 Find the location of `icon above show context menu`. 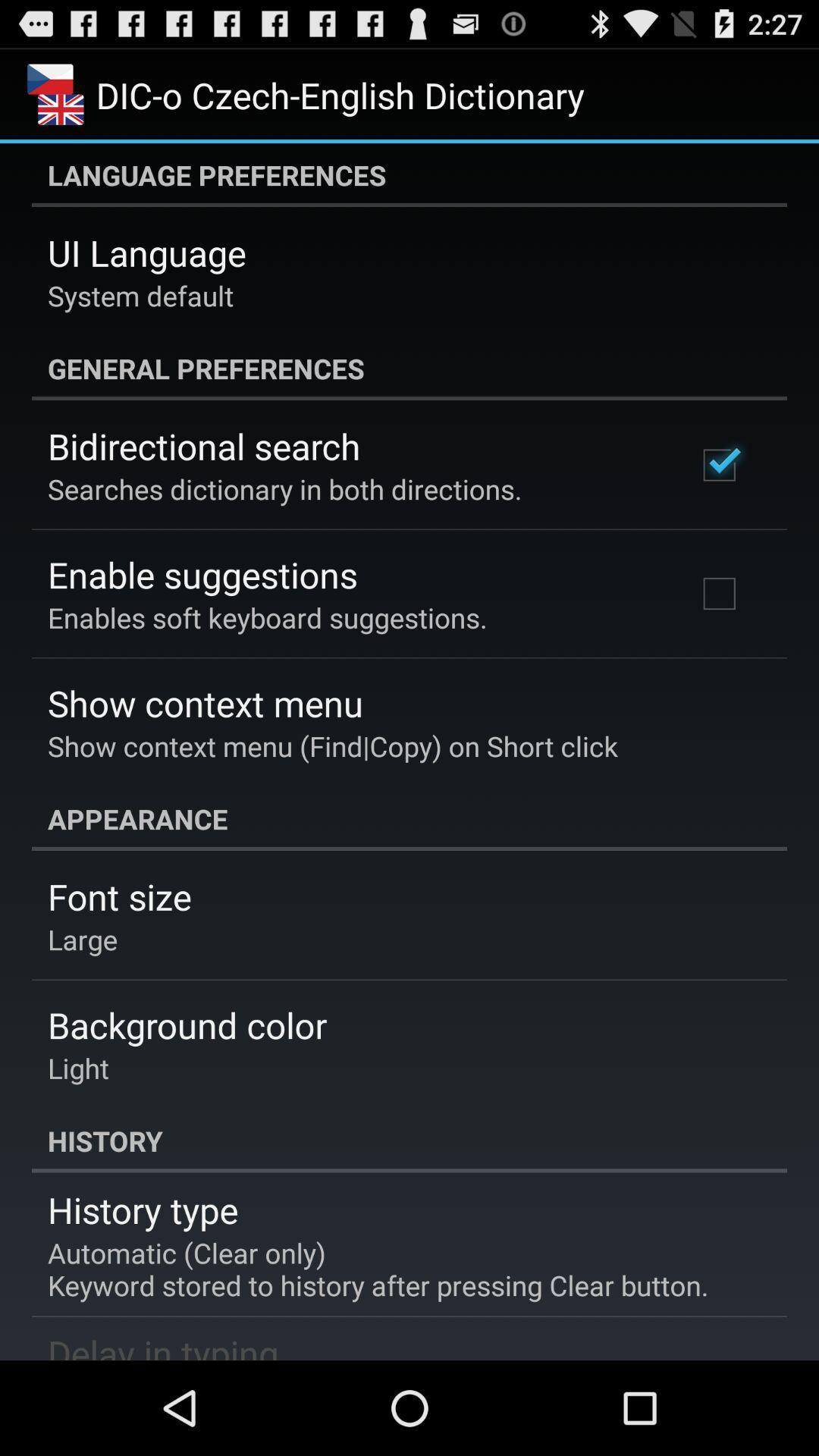

icon above show context menu is located at coordinates (266, 617).